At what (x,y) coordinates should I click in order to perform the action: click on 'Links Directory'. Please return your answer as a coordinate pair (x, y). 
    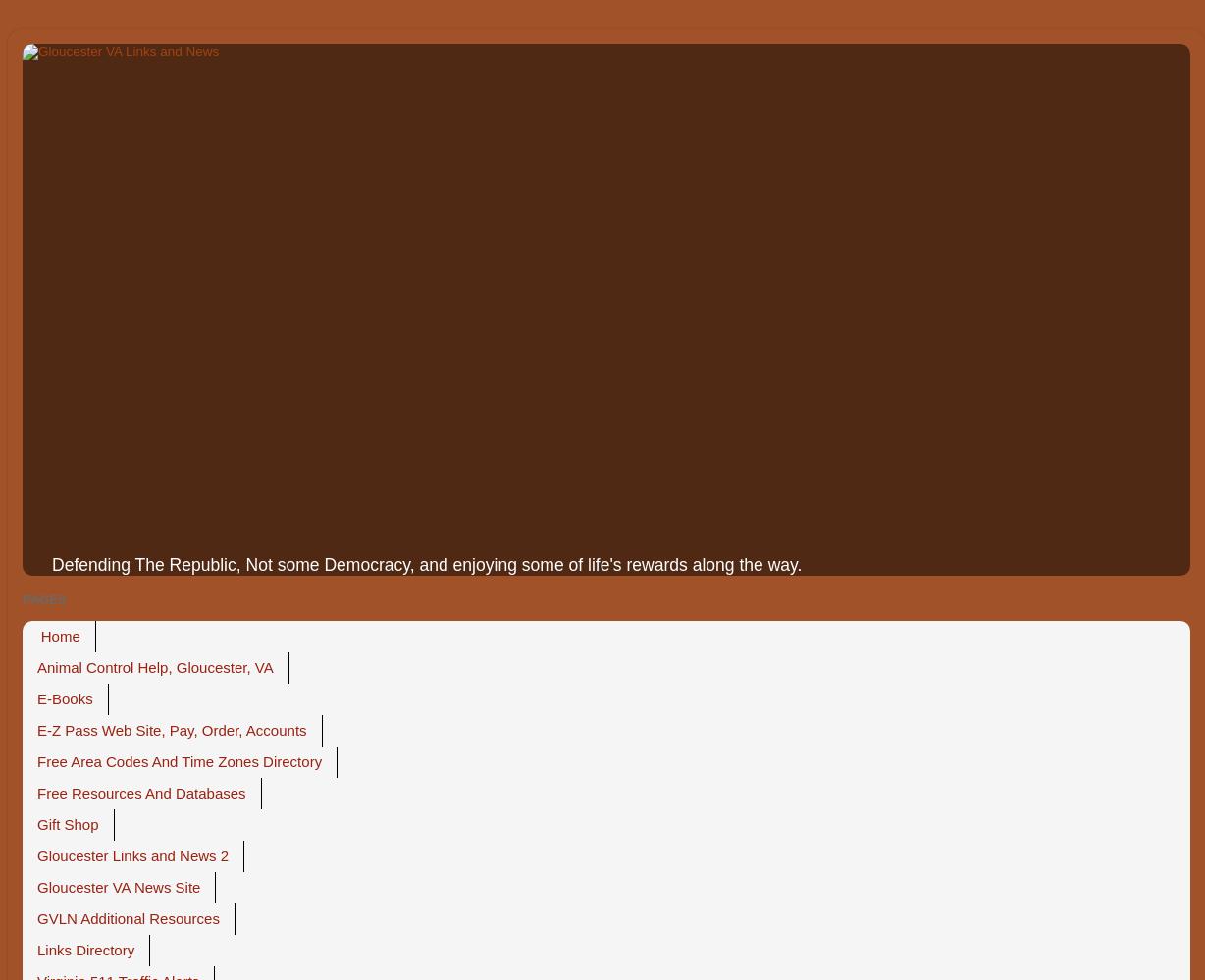
    Looking at the image, I should click on (85, 949).